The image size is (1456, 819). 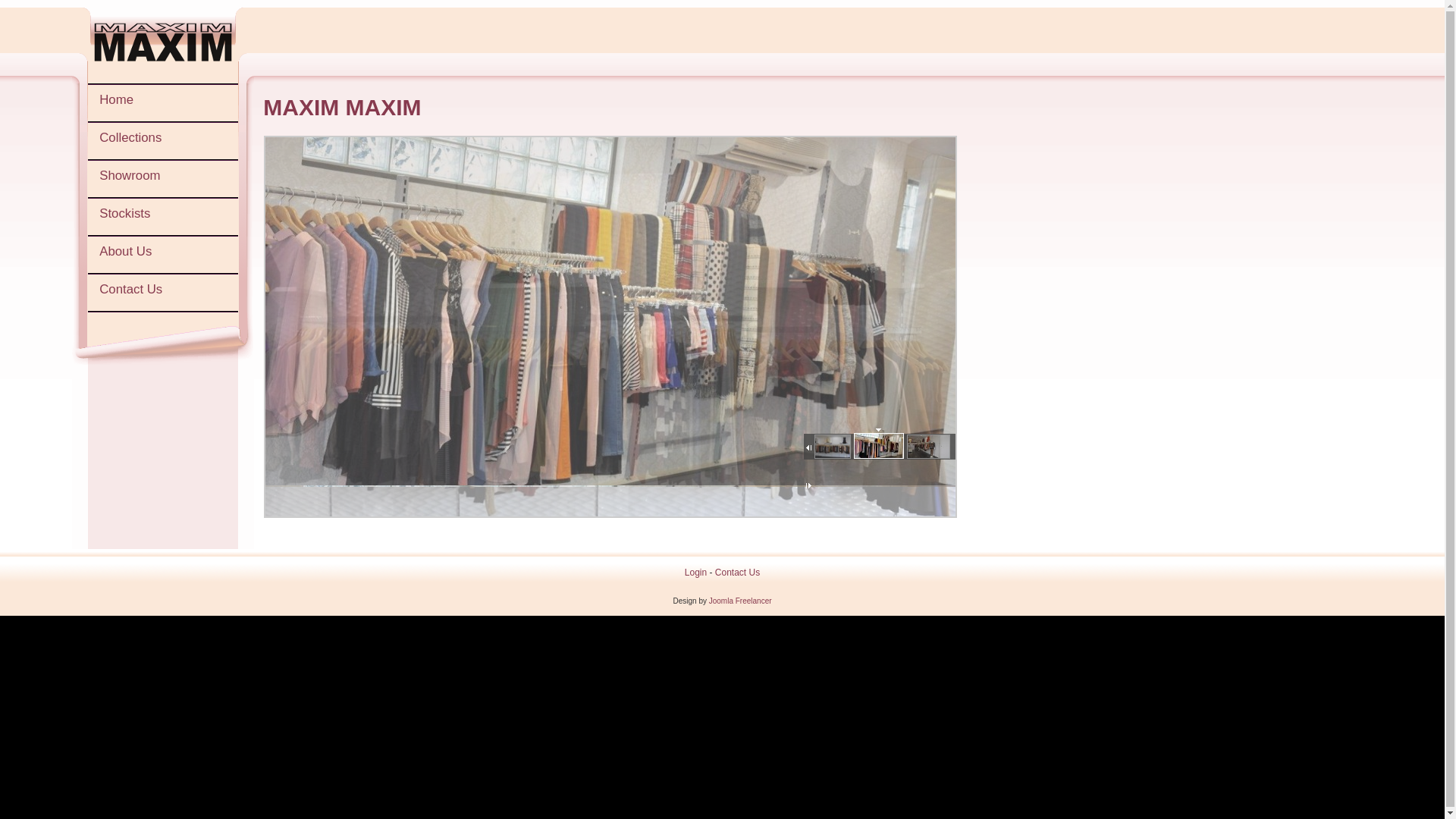 I want to click on 'Joomla Freelancer', so click(x=740, y=600).